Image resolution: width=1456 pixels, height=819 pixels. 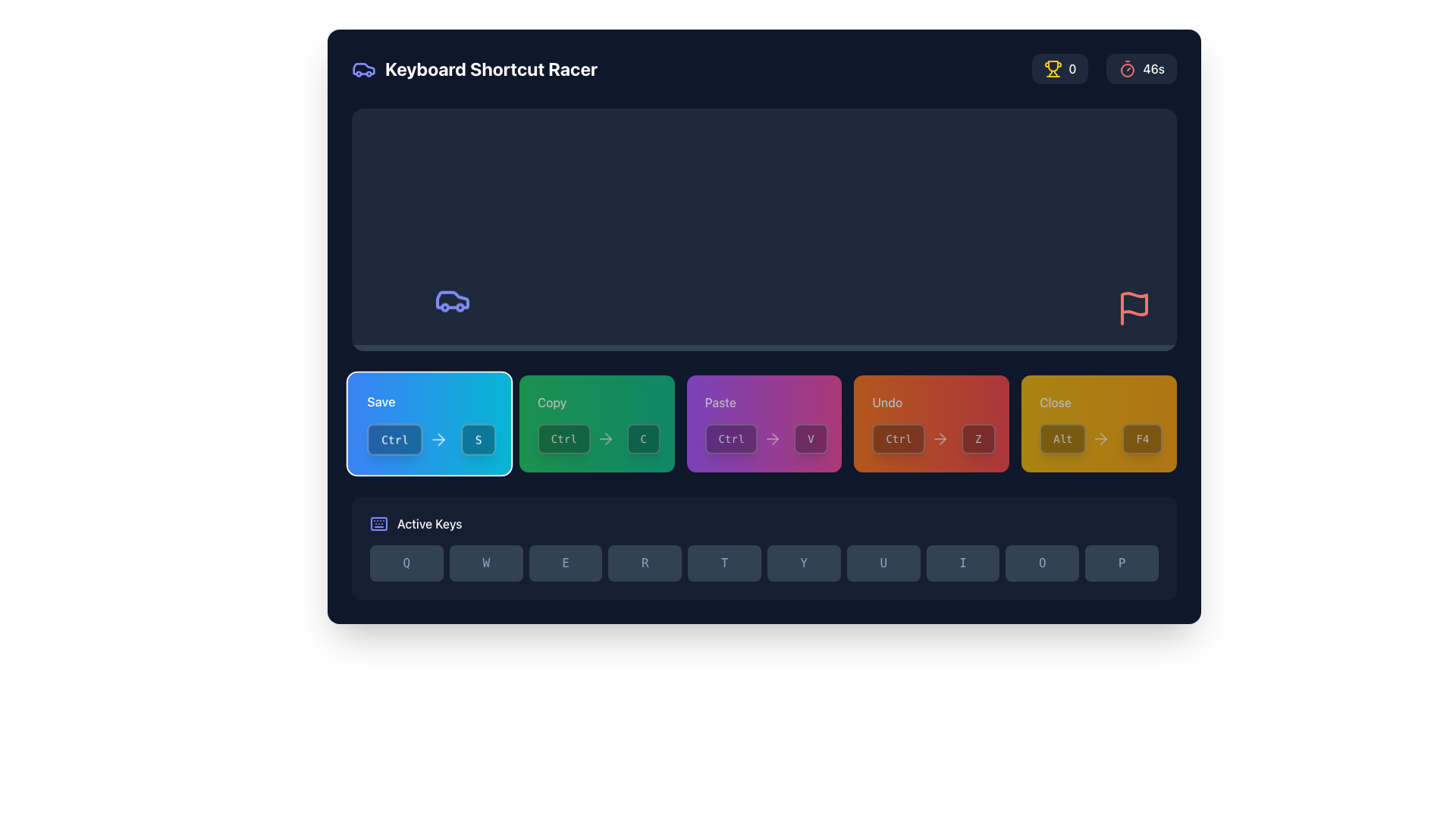 What do you see at coordinates (428, 424) in the screenshot?
I see `the visual keyboard shortcut display that indicates the 'Save' action (Ctrl + S), located in the first column of the grid layout, above the 'Active Keys' section` at bounding box center [428, 424].